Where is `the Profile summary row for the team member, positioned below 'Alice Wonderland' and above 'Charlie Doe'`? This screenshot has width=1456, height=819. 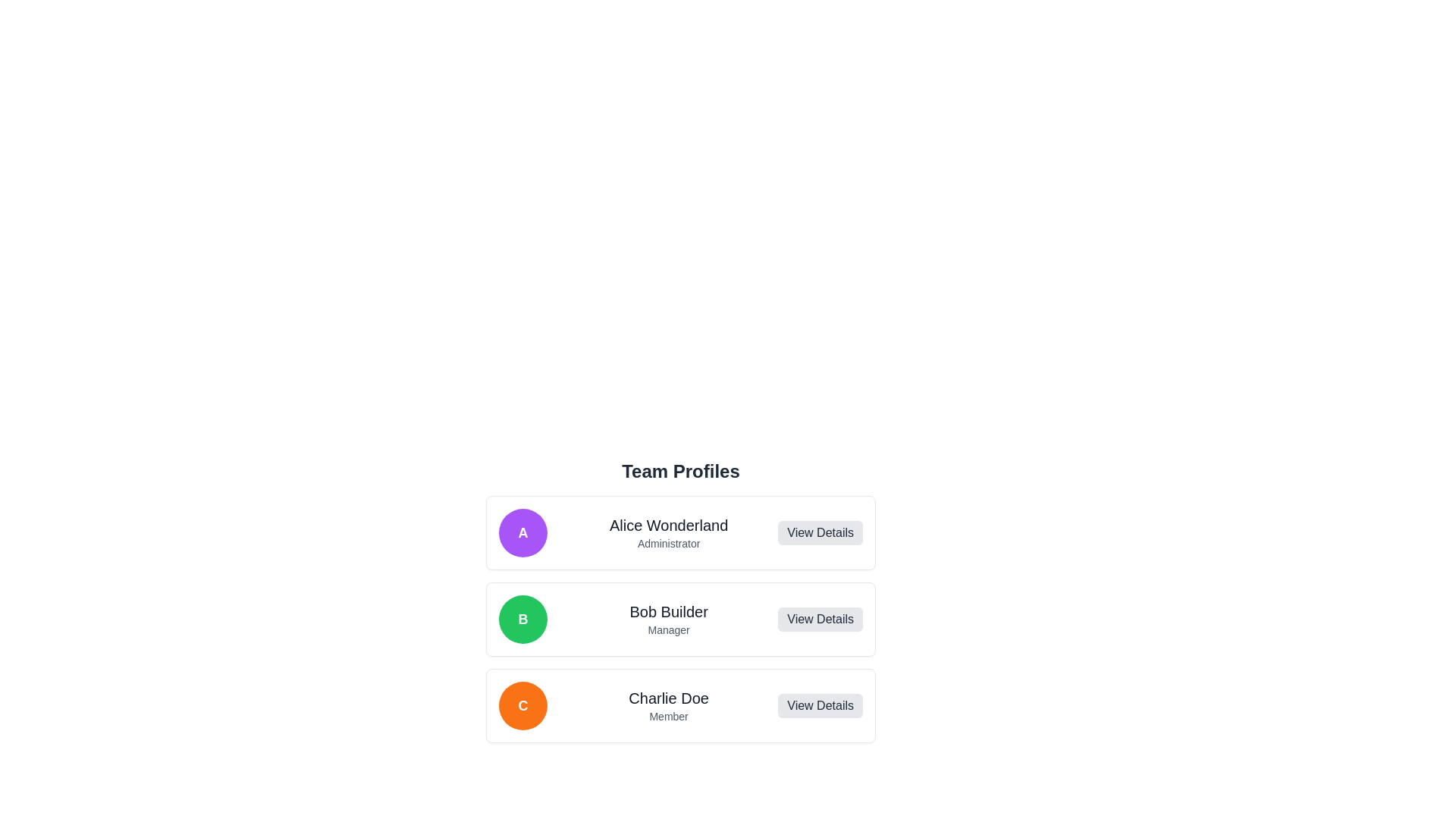 the Profile summary row for the team member, positioned below 'Alice Wonderland' and above 'Charlie Doe' is located at coordinates (679, 620).